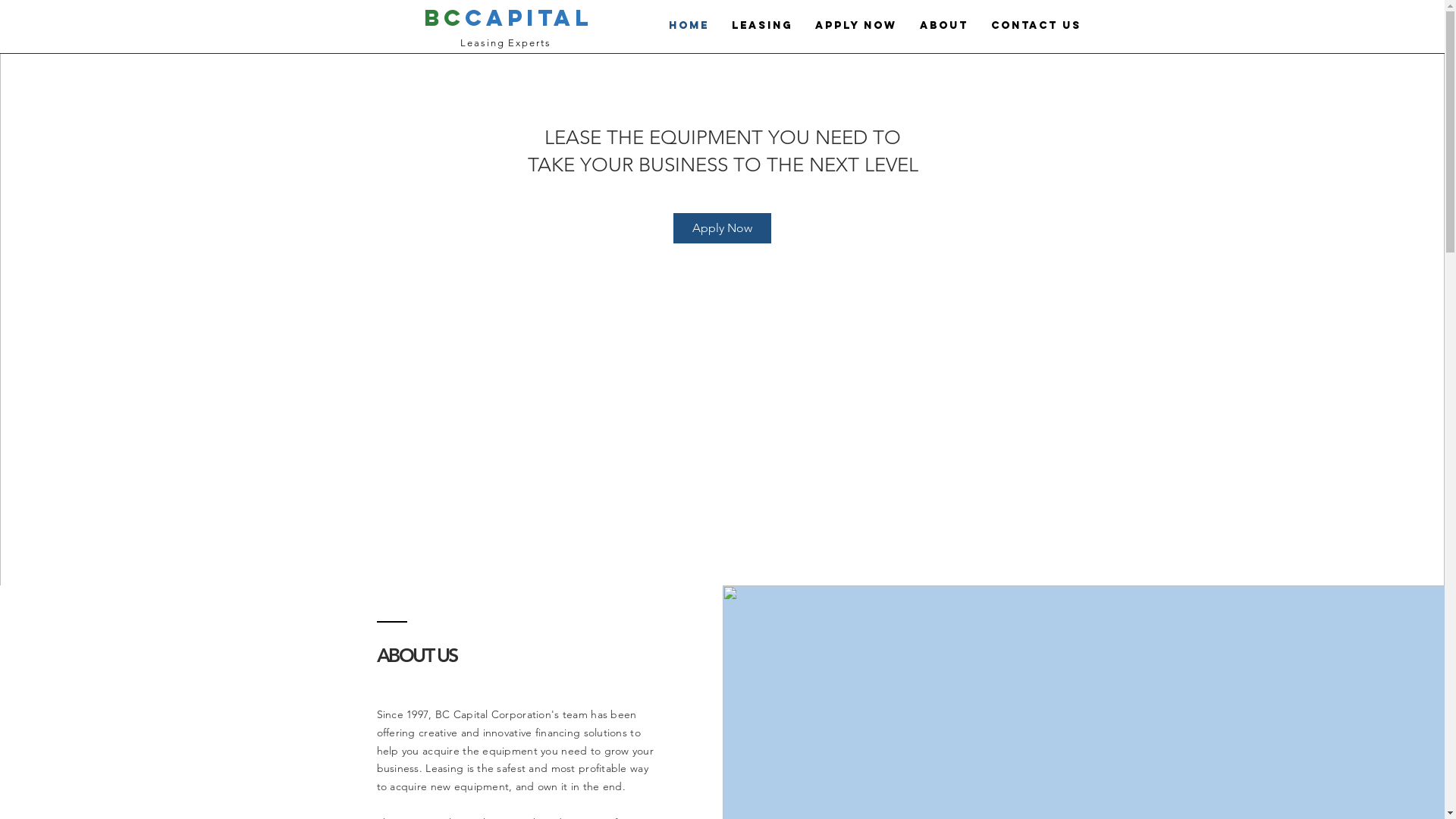  I want to click on 'Apply Now', so click(721, 227).